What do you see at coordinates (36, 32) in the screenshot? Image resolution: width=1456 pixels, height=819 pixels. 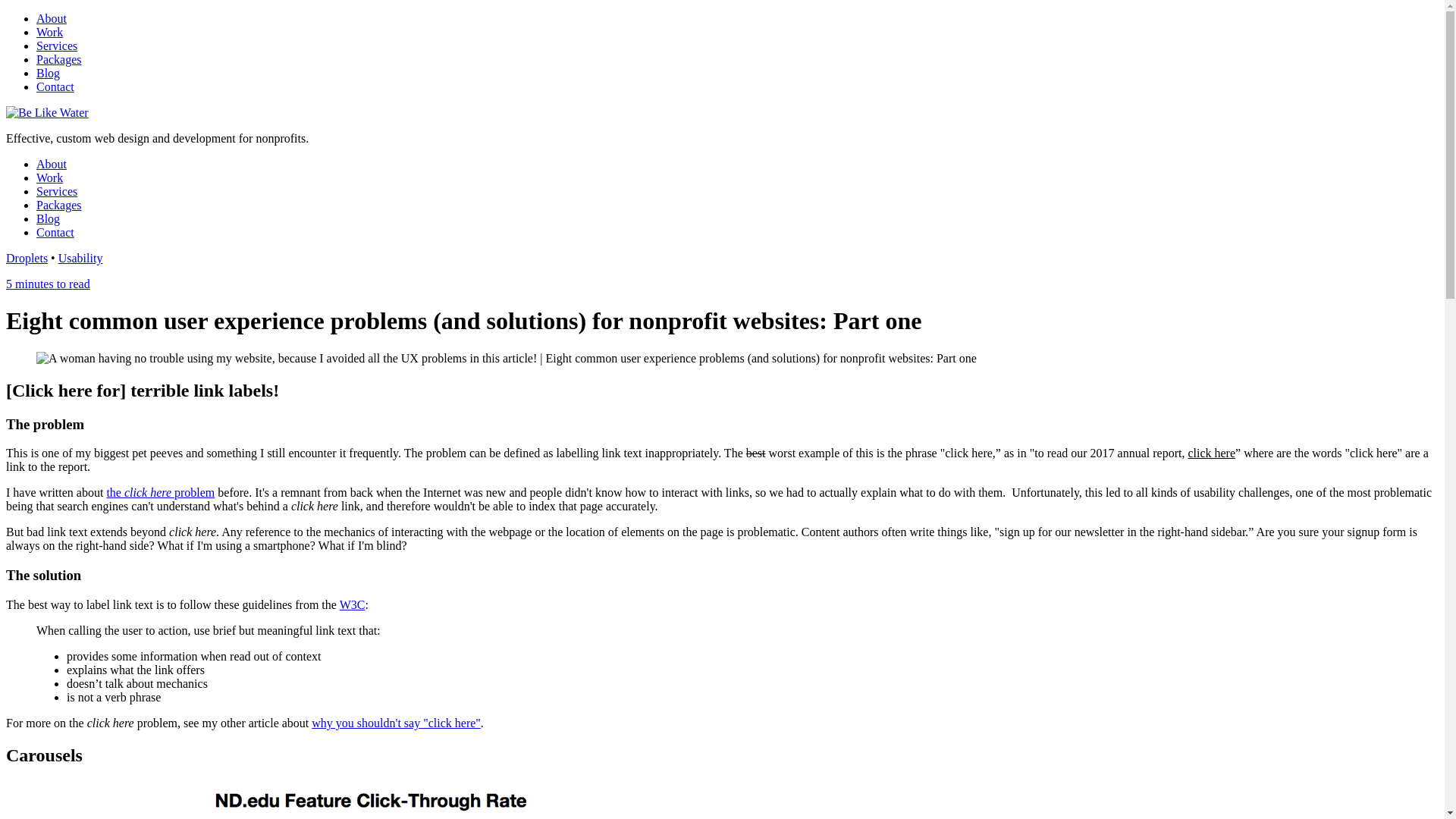 I see `'Work'` at bounding box center [36, 32].